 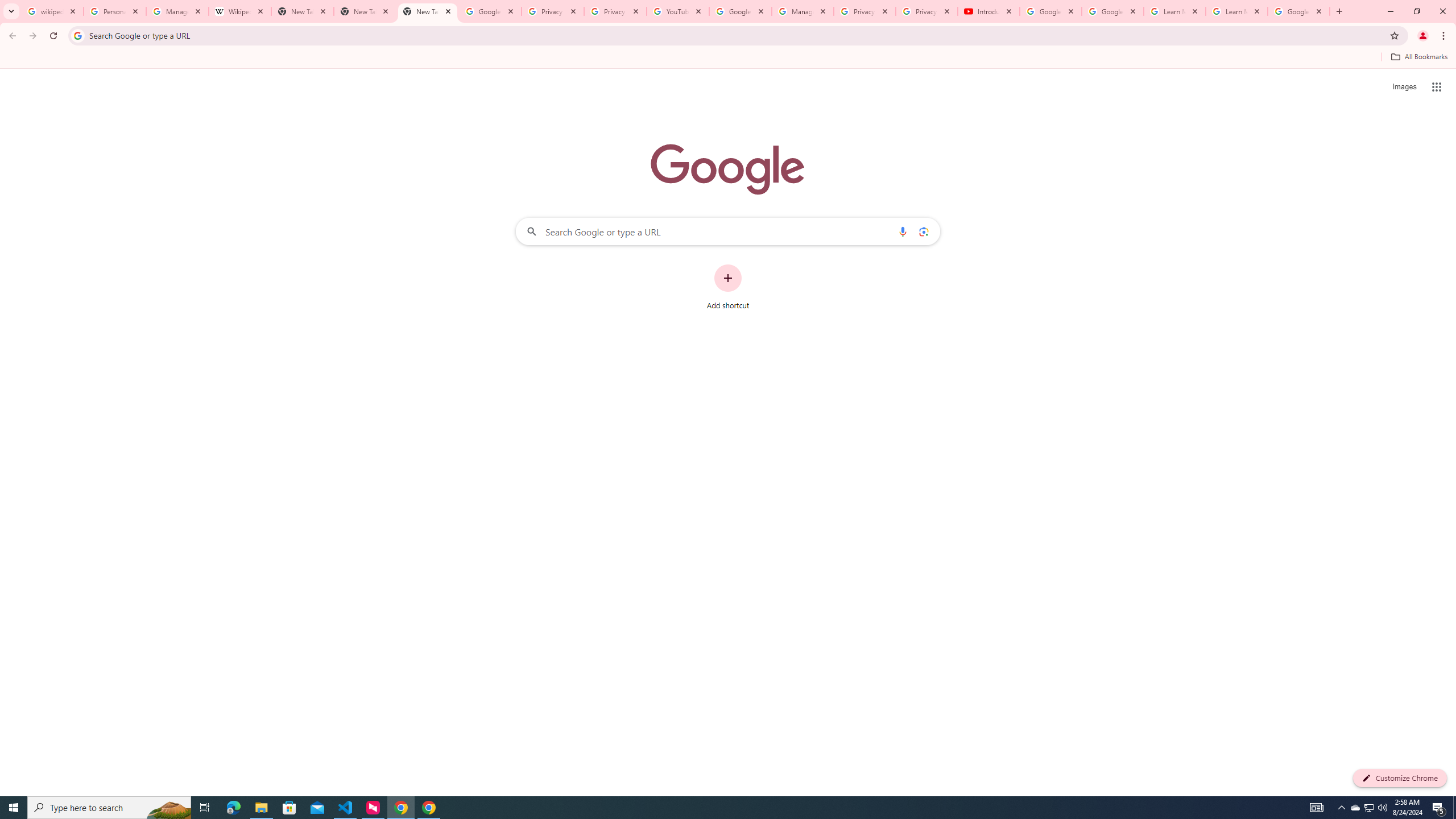 What do you see at coordinates (923, 230) in the screenshot?
I see `'Search by image'` at bounding box center [923, 230].